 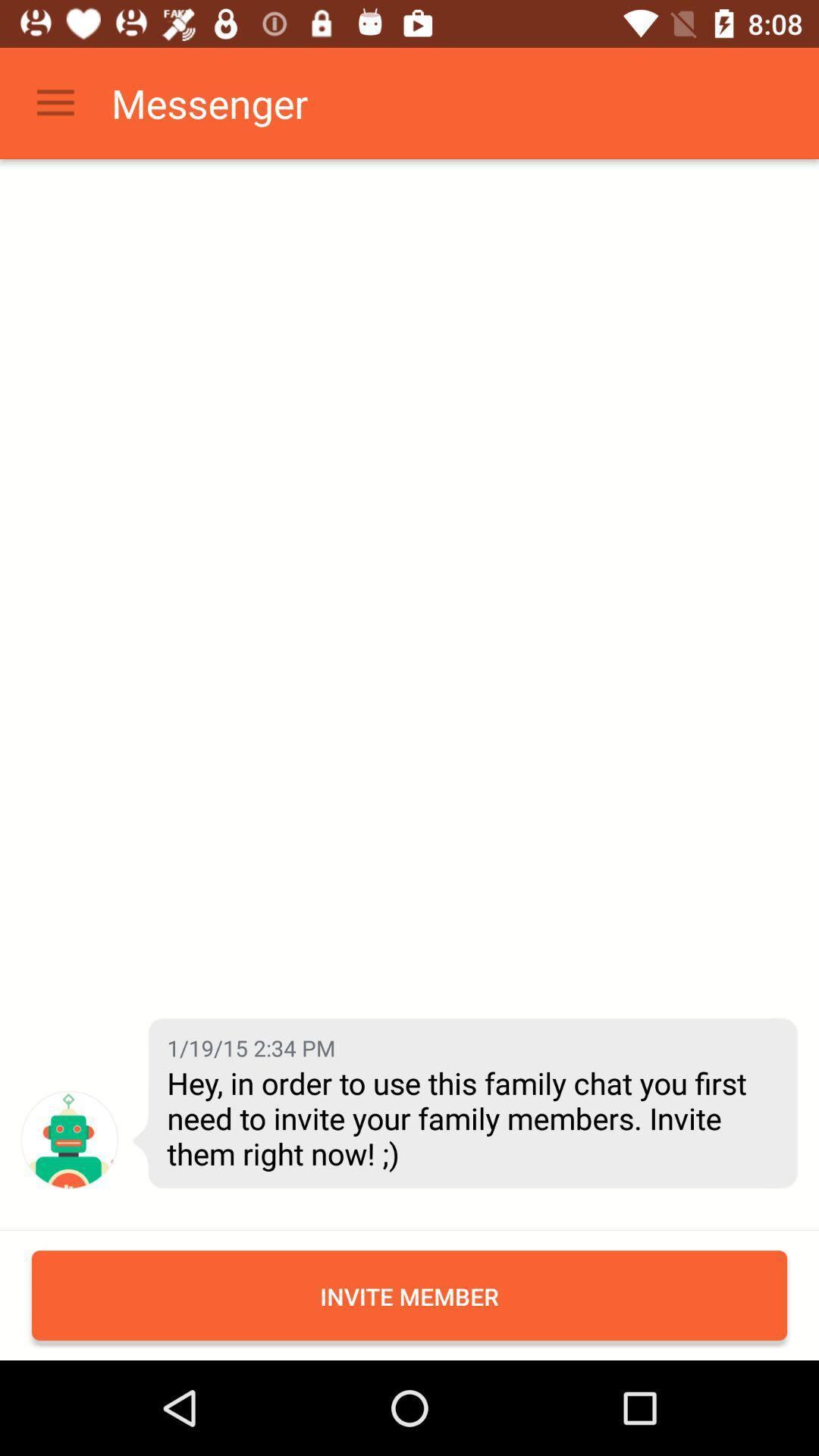 What do you see at coordinates (250, 1046) in the screenshot?
I see `1 19 15` at bounding box center [250, 1046].